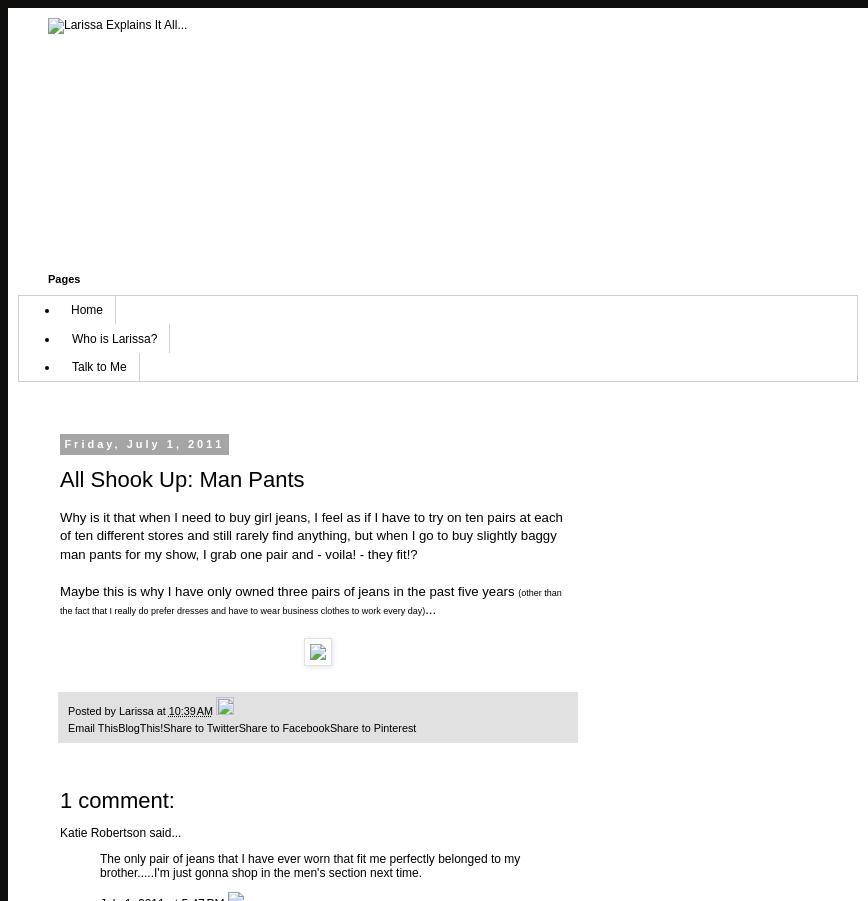  What do you see at coordinates (309, 866) in the screenshot?
I see `'The only pair of jeans that I have ever worn that fit me perfectly belonged to my brother.....I'm just gonna shop in the men's section next time.'` at bounding box center [309, 866].